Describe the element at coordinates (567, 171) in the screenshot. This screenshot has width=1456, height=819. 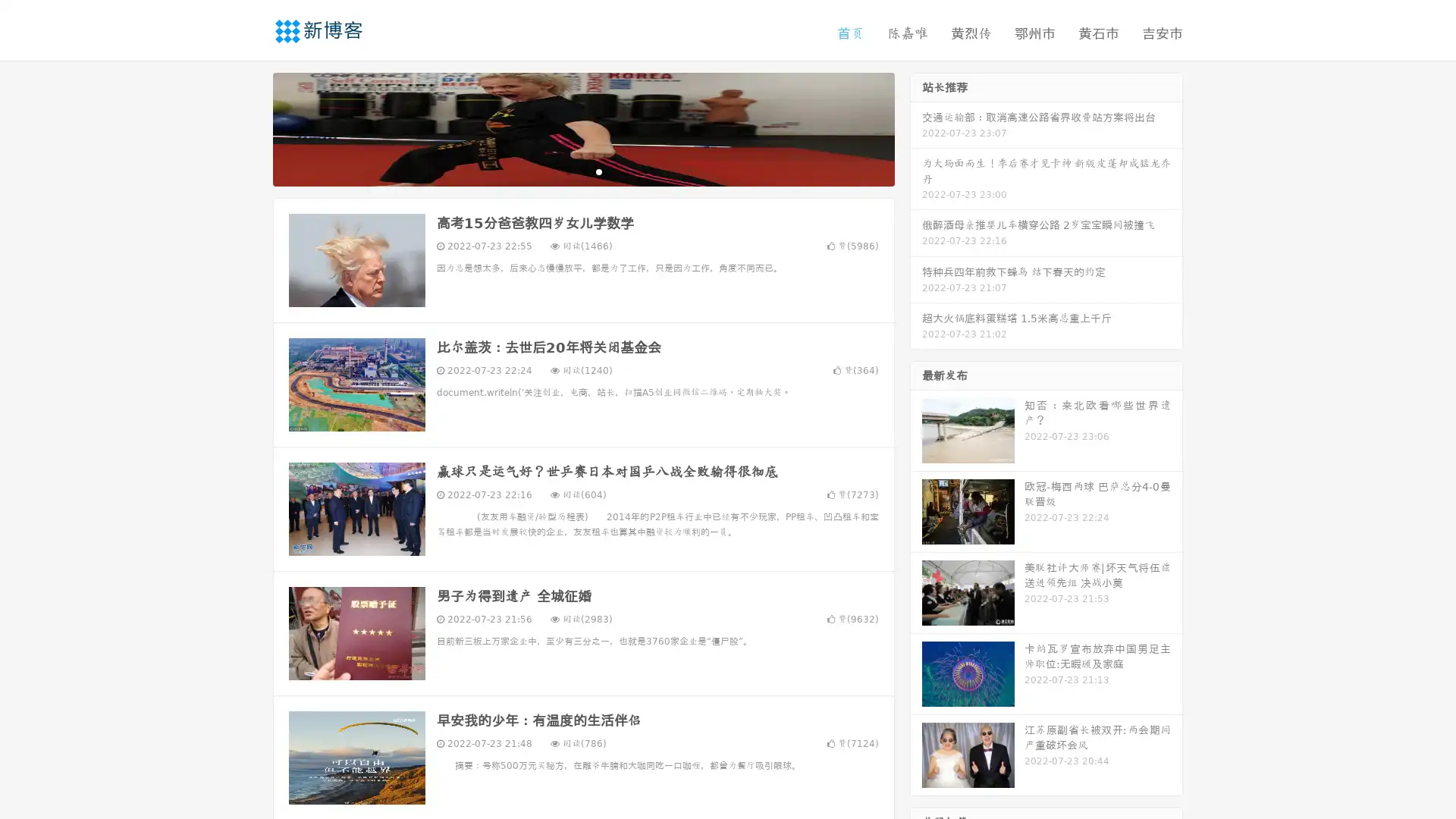
I see `Go to slide 1` at that location.